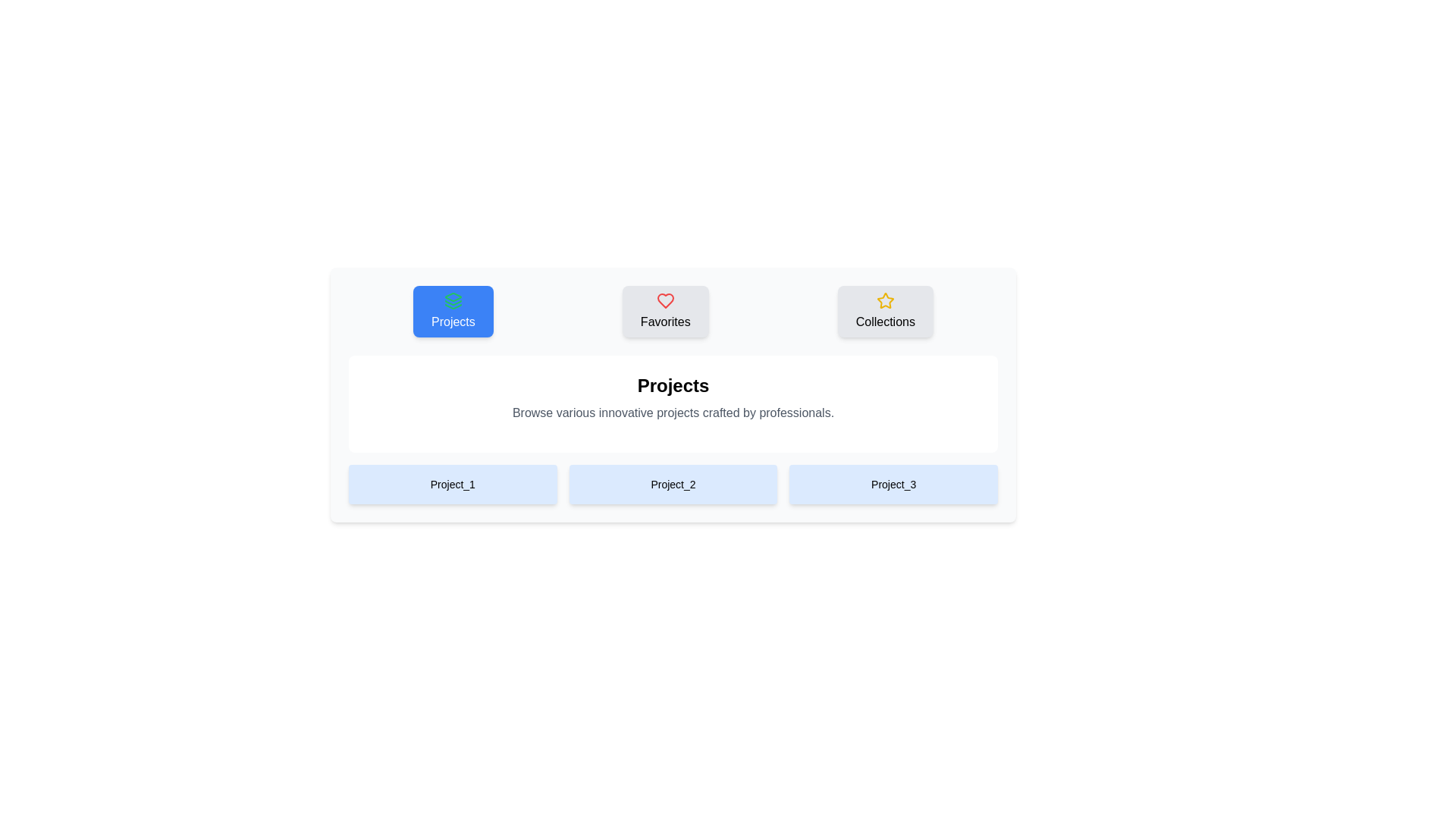 This screenshot has width=1456, height=819. What do you see at coordinates (673, 413) in the screenshot?
I see `the descriptive text area of the active tab and read its content` at bounding box center [673, 413].